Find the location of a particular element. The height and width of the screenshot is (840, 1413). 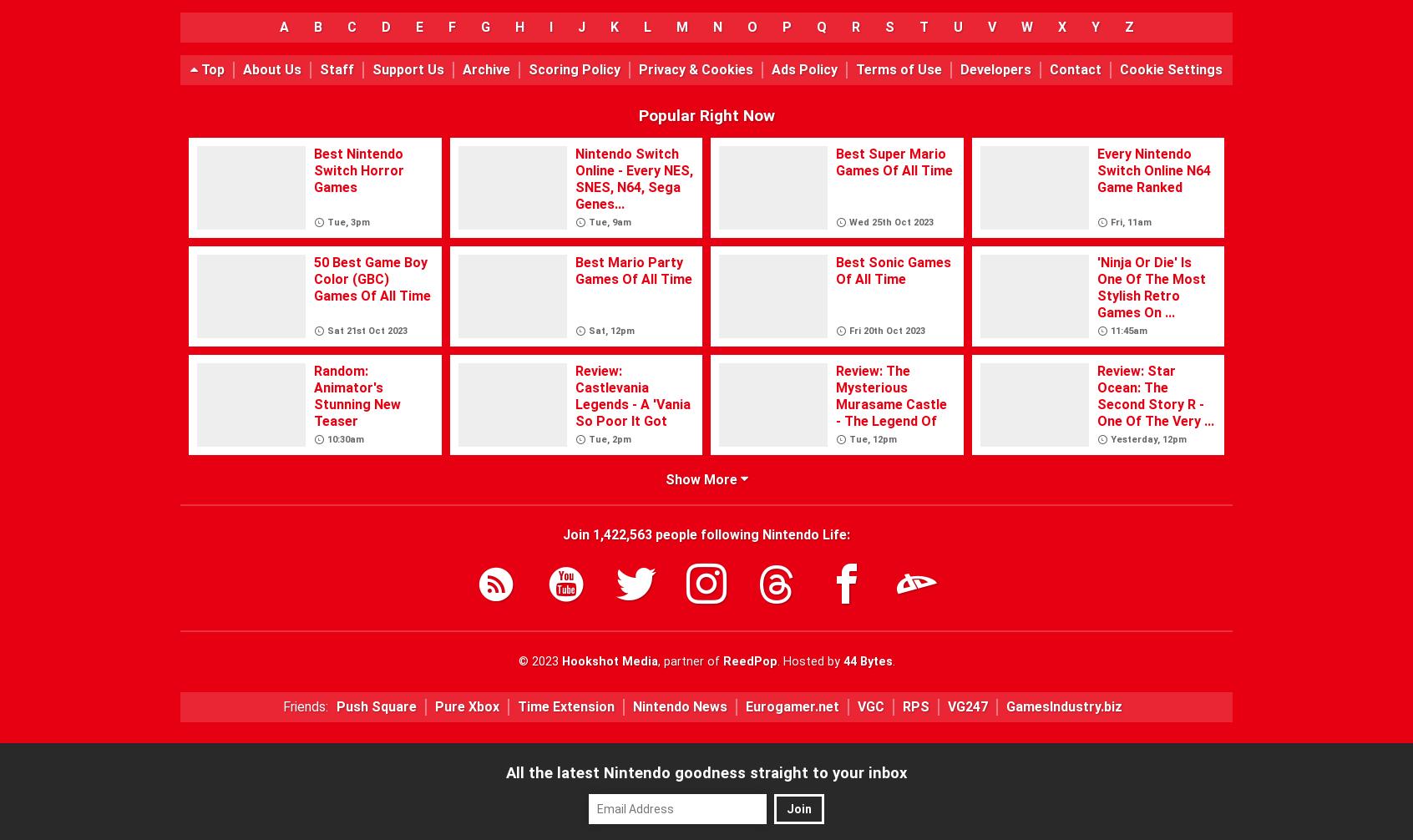

'Tue, 2pm' is located at coordinates (608, 439).